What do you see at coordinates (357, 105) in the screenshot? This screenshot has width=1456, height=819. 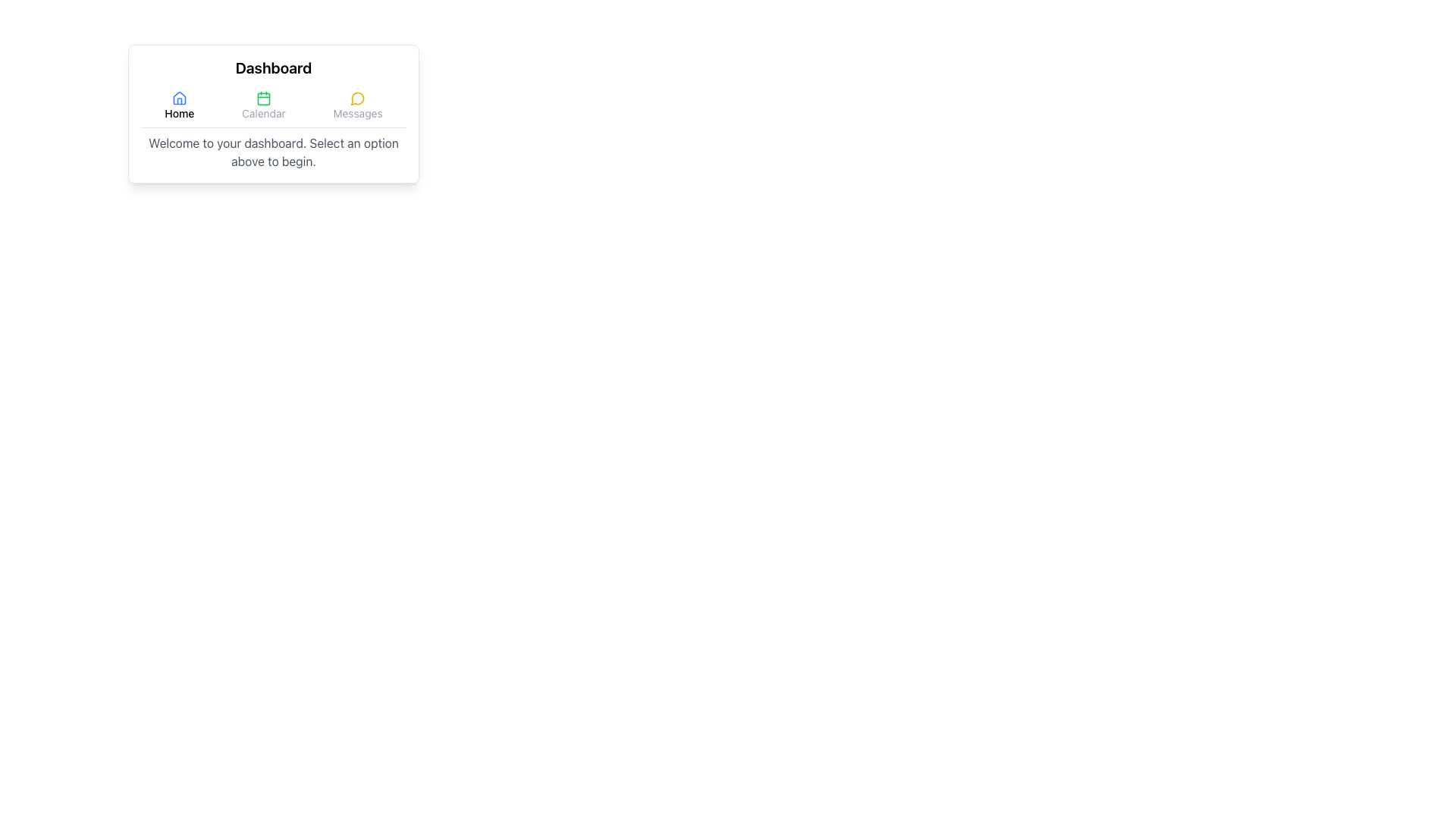 I see `the 'Messages' button with a speech bubble icon in the top-right part of the navigation bar` at bounding box center [357, 105].